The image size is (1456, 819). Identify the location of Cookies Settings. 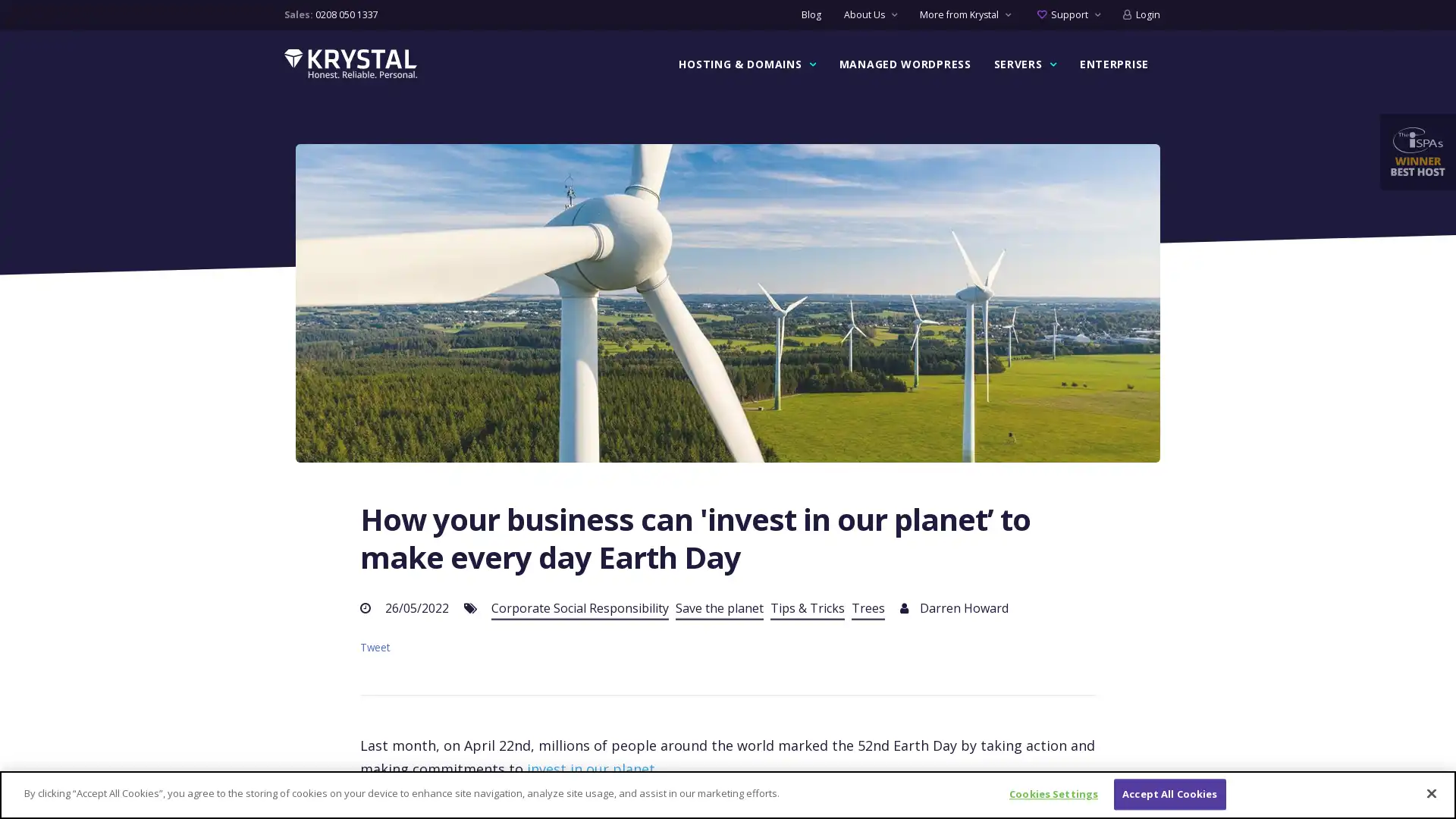
(1053, 793).